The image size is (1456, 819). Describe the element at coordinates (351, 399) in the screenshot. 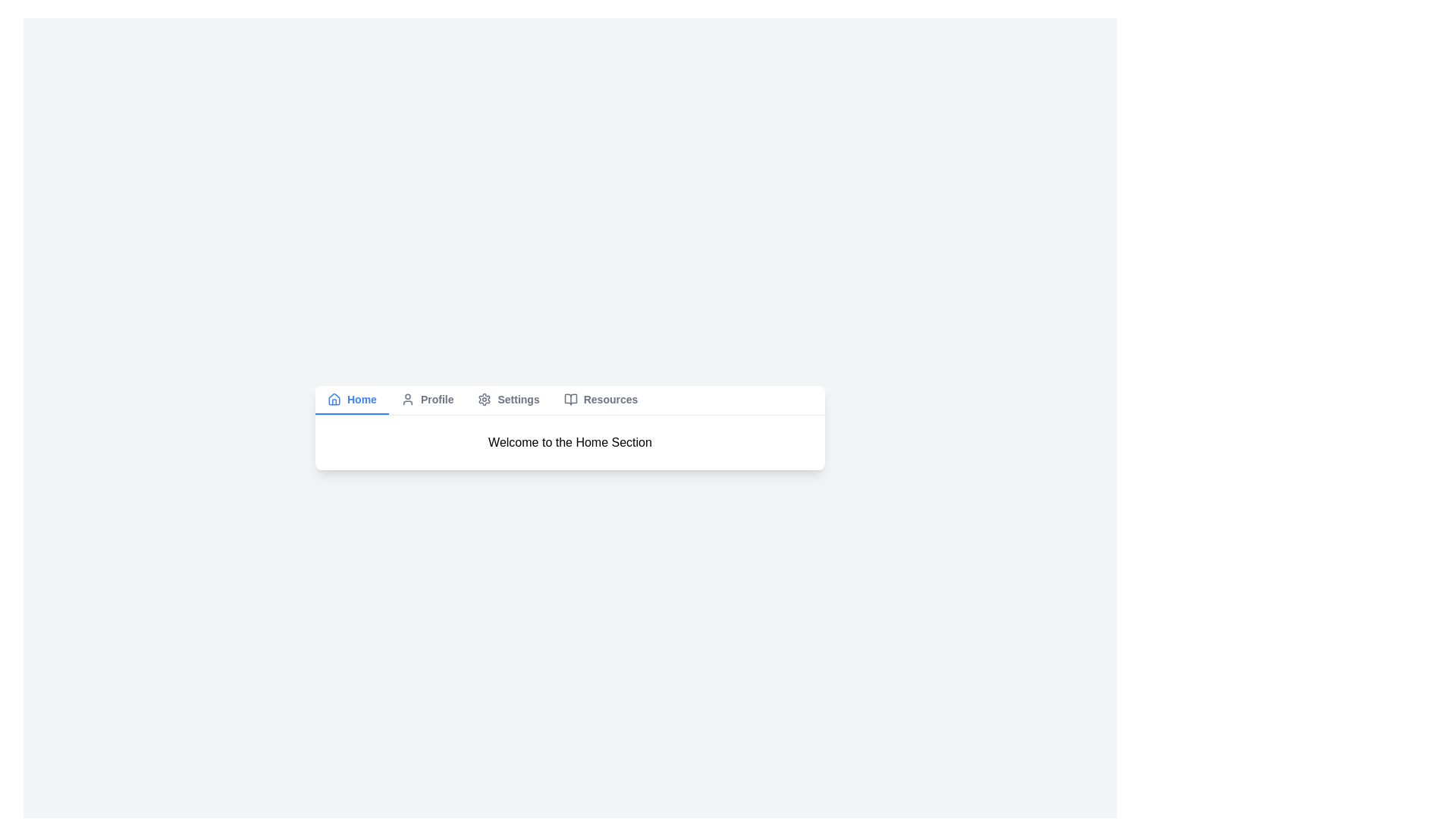

I see `the 'Home' button, which is styled prominently with blue color and bold font, featuring a house icon on the left and a blue border at the bottom` at that location.